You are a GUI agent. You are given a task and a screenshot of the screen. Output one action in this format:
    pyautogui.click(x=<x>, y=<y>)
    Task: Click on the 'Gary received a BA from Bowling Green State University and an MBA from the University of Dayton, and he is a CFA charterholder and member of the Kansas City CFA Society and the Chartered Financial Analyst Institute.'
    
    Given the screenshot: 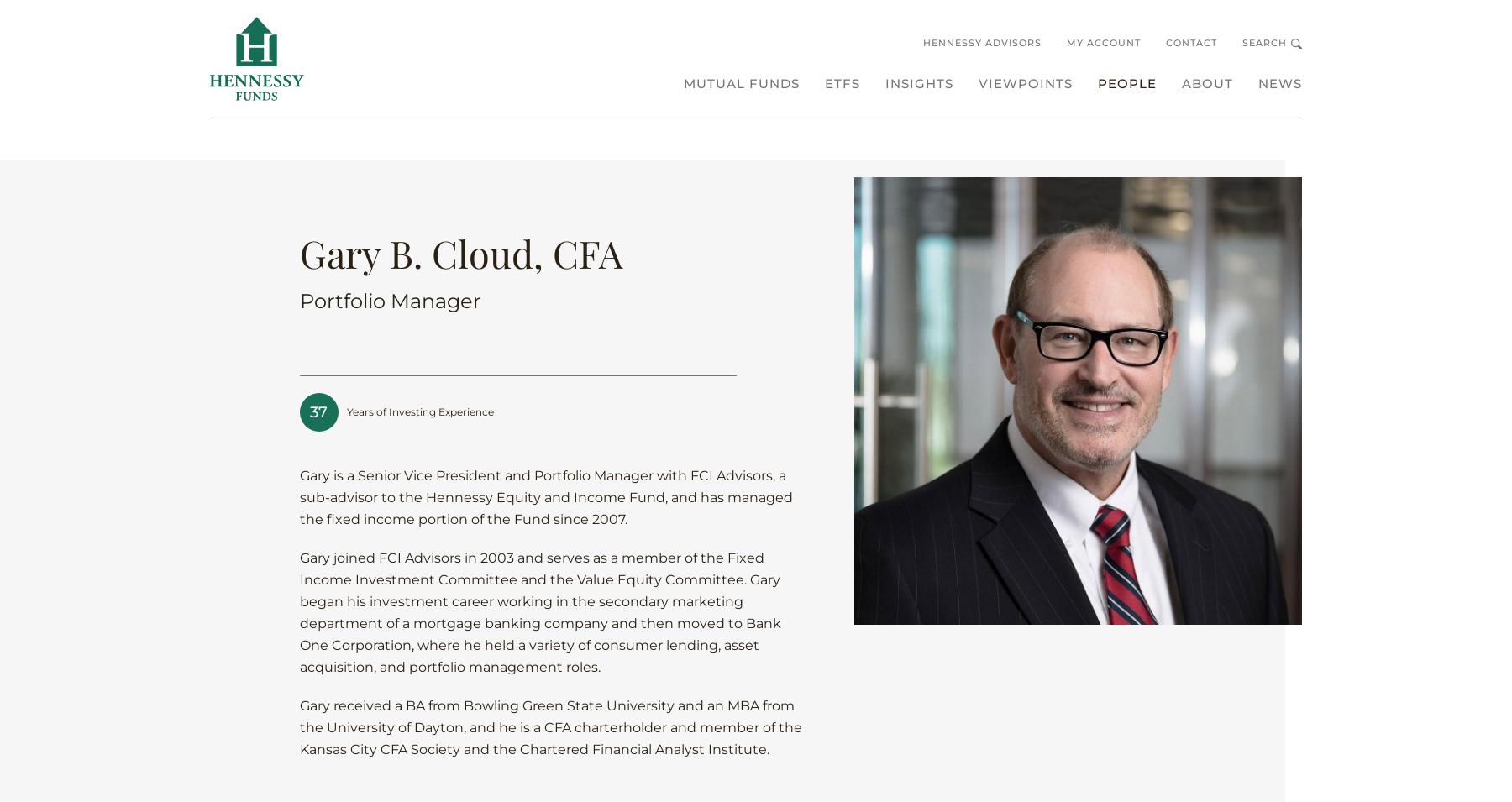 What is the action you would take?
    pyautogui.click(x=550, y=726)
    